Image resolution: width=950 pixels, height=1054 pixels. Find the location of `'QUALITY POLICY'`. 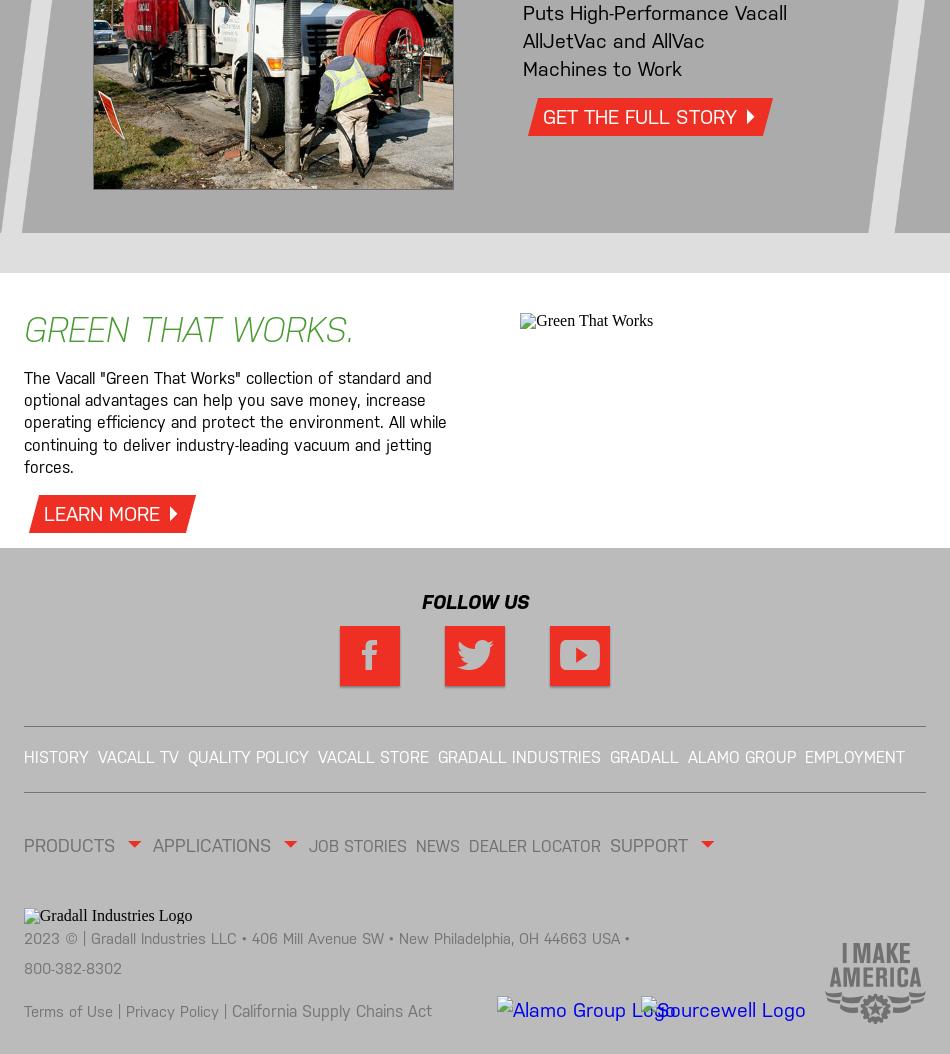

'QUALITY POLICY' is located at coordinates (246, 756).